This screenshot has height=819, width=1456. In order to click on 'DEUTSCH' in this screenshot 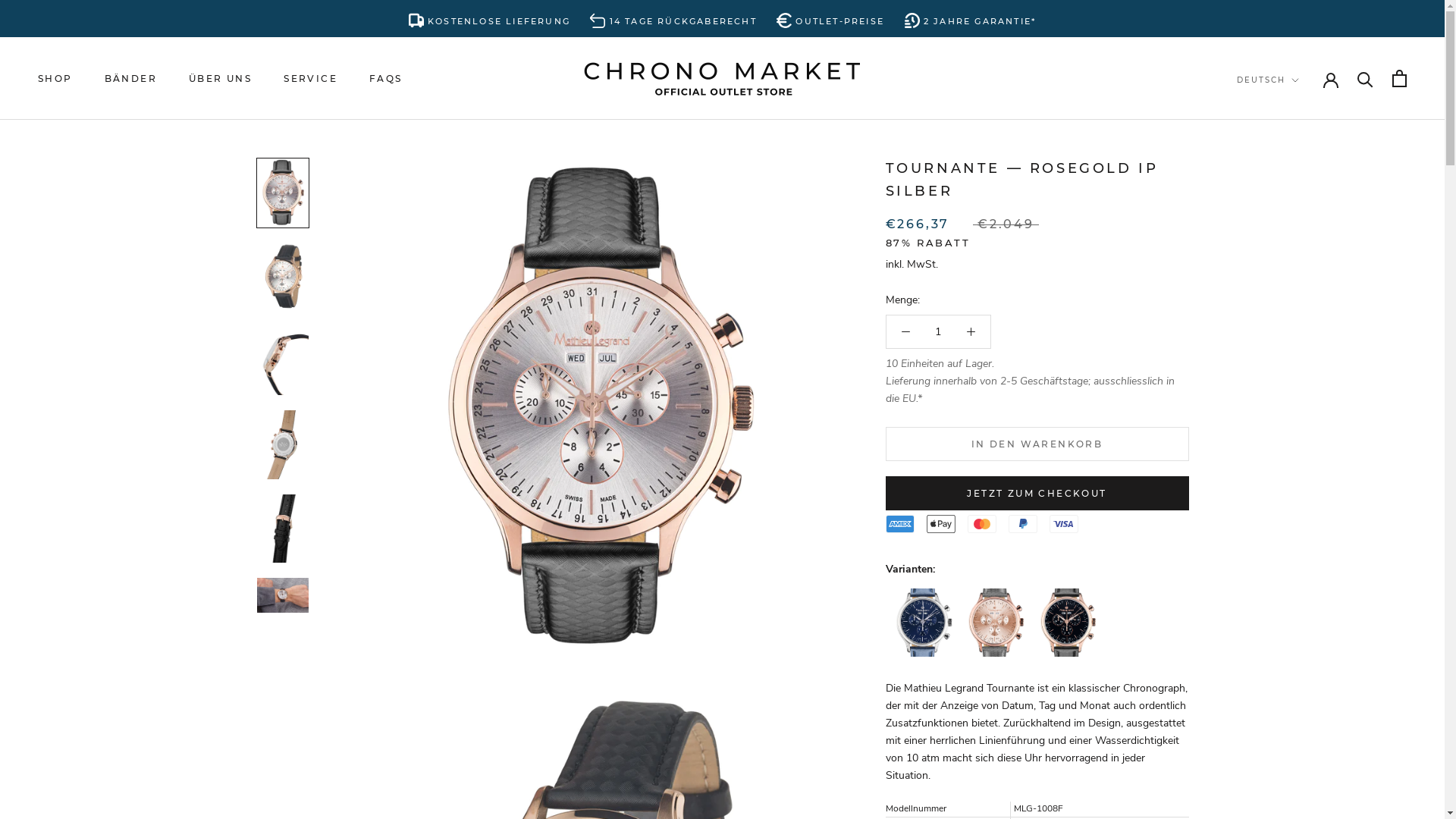, I will do `click(1267, 80)`.